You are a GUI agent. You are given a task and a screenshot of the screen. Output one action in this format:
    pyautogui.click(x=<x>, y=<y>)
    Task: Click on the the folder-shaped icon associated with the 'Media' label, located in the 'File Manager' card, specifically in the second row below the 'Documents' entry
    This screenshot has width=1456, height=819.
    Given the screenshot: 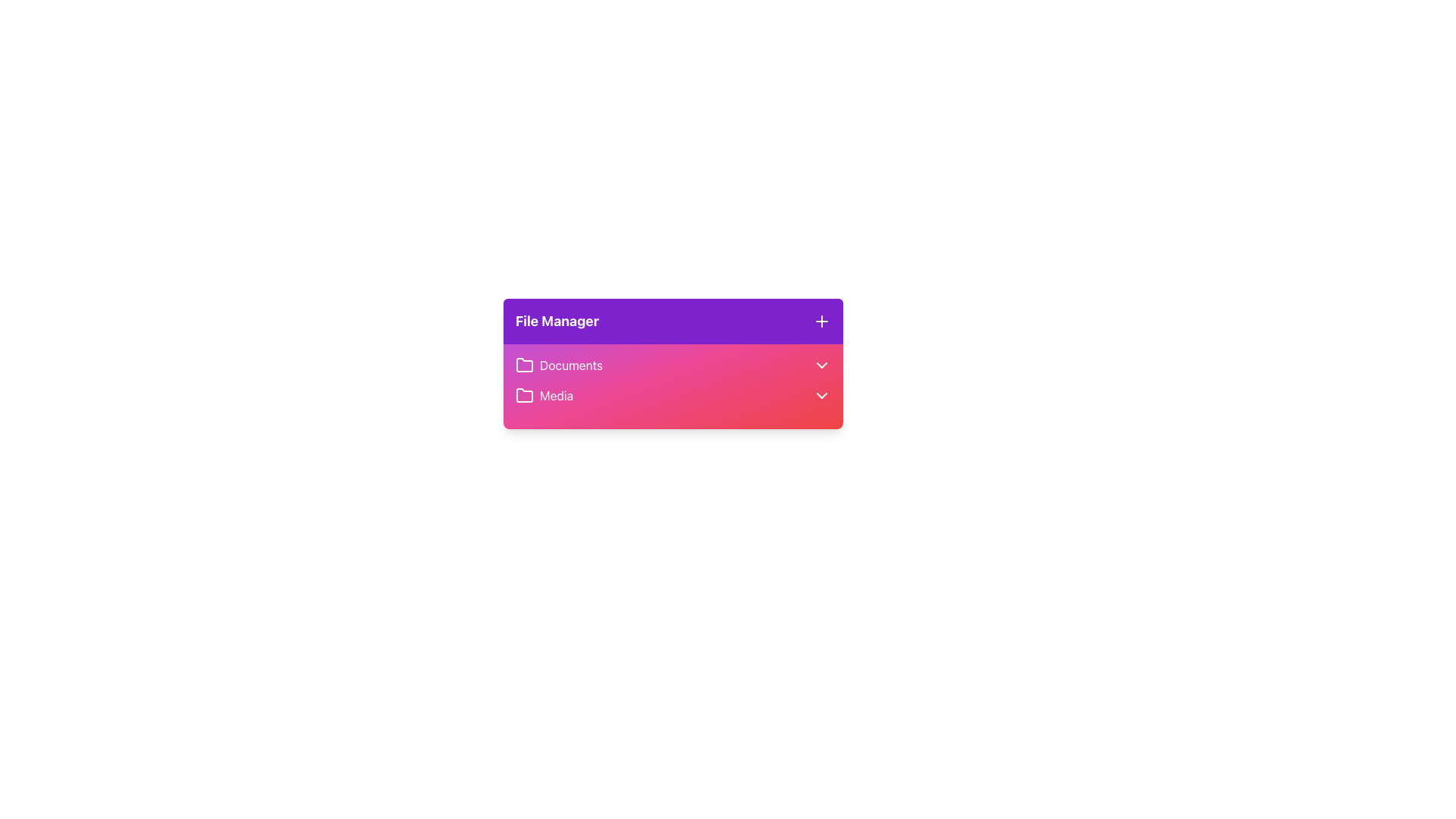 What is the action you would take?
    pyautogui.click(x=524, y=394)
    